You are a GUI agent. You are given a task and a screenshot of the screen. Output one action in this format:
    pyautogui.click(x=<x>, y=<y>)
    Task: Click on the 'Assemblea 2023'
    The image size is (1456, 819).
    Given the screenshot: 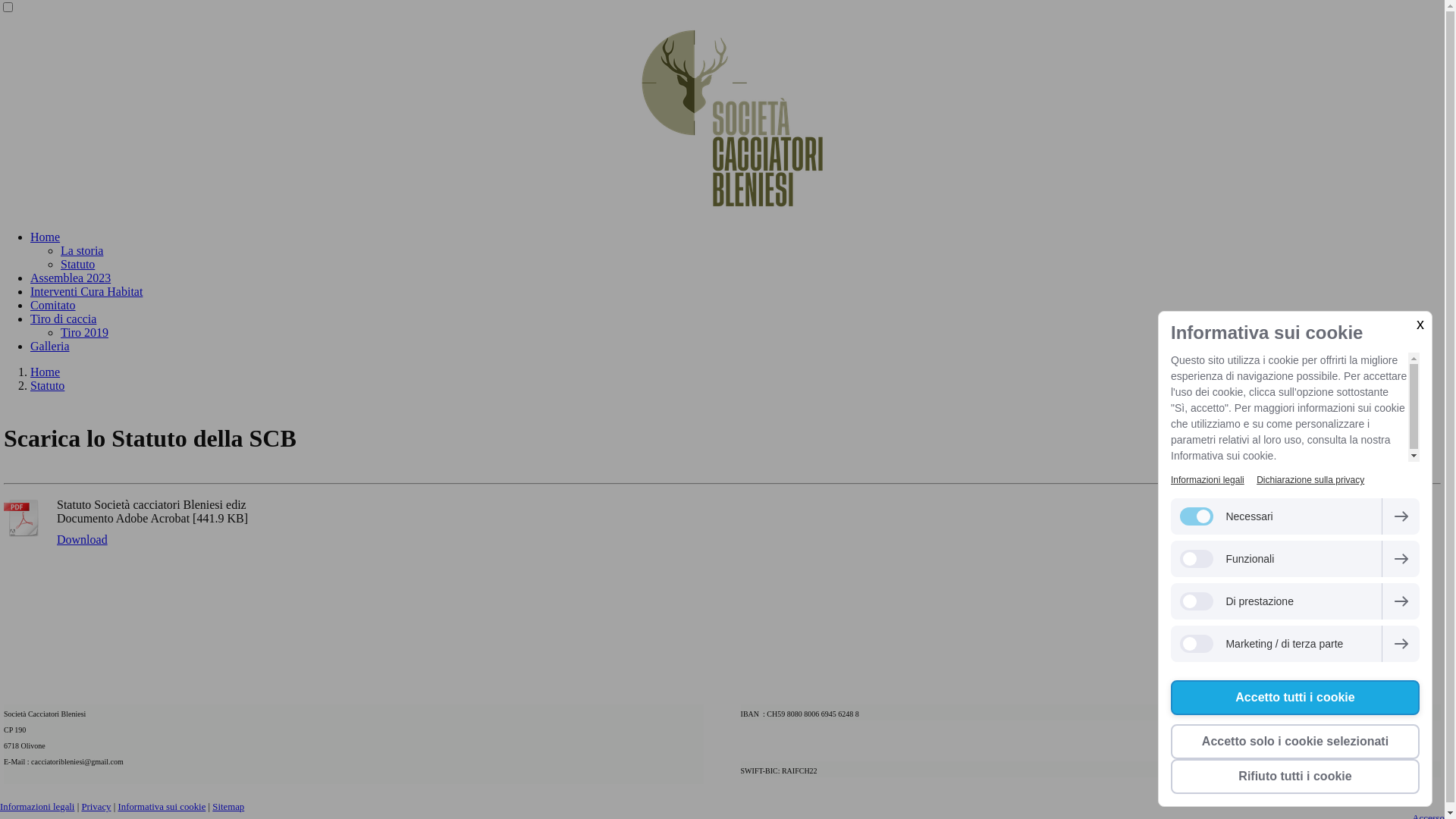 What is the action you would take?
    pyautogui.click(x=69, y=278)
    